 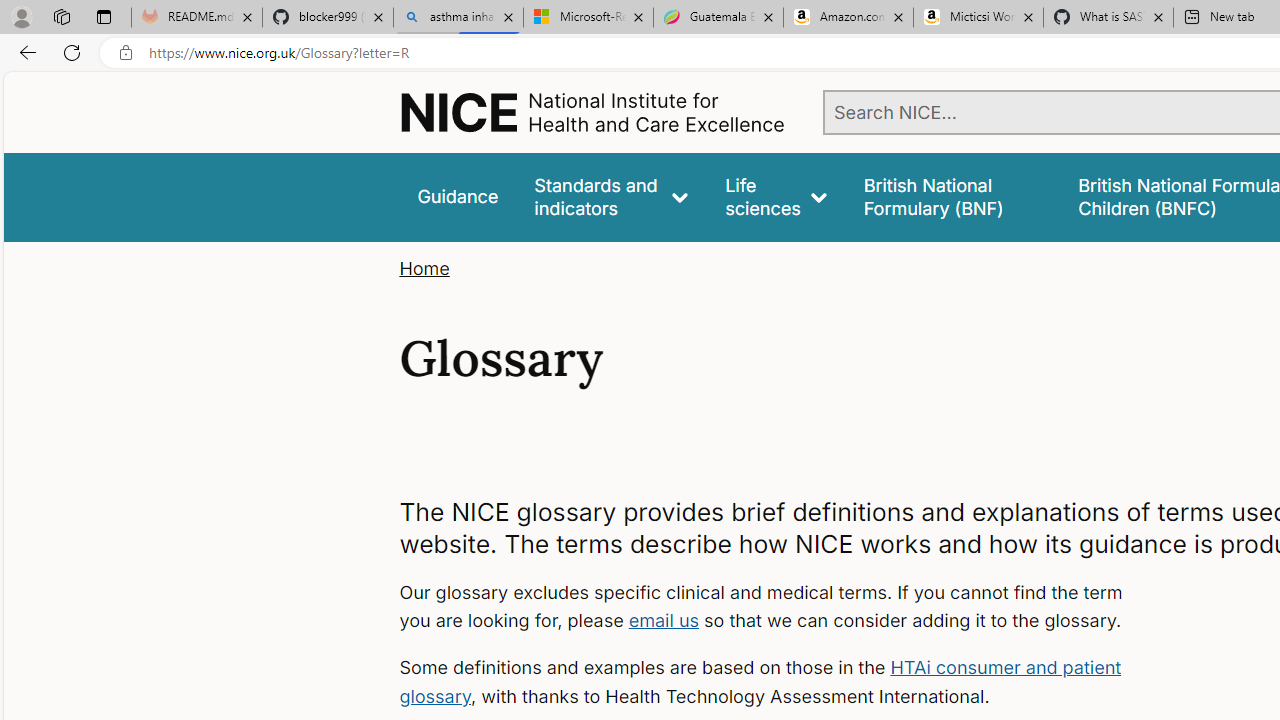 What do you see at coordinates (457, 197) in the screenshot?
I see `'Guidance'` at bounding box center [457, 197].